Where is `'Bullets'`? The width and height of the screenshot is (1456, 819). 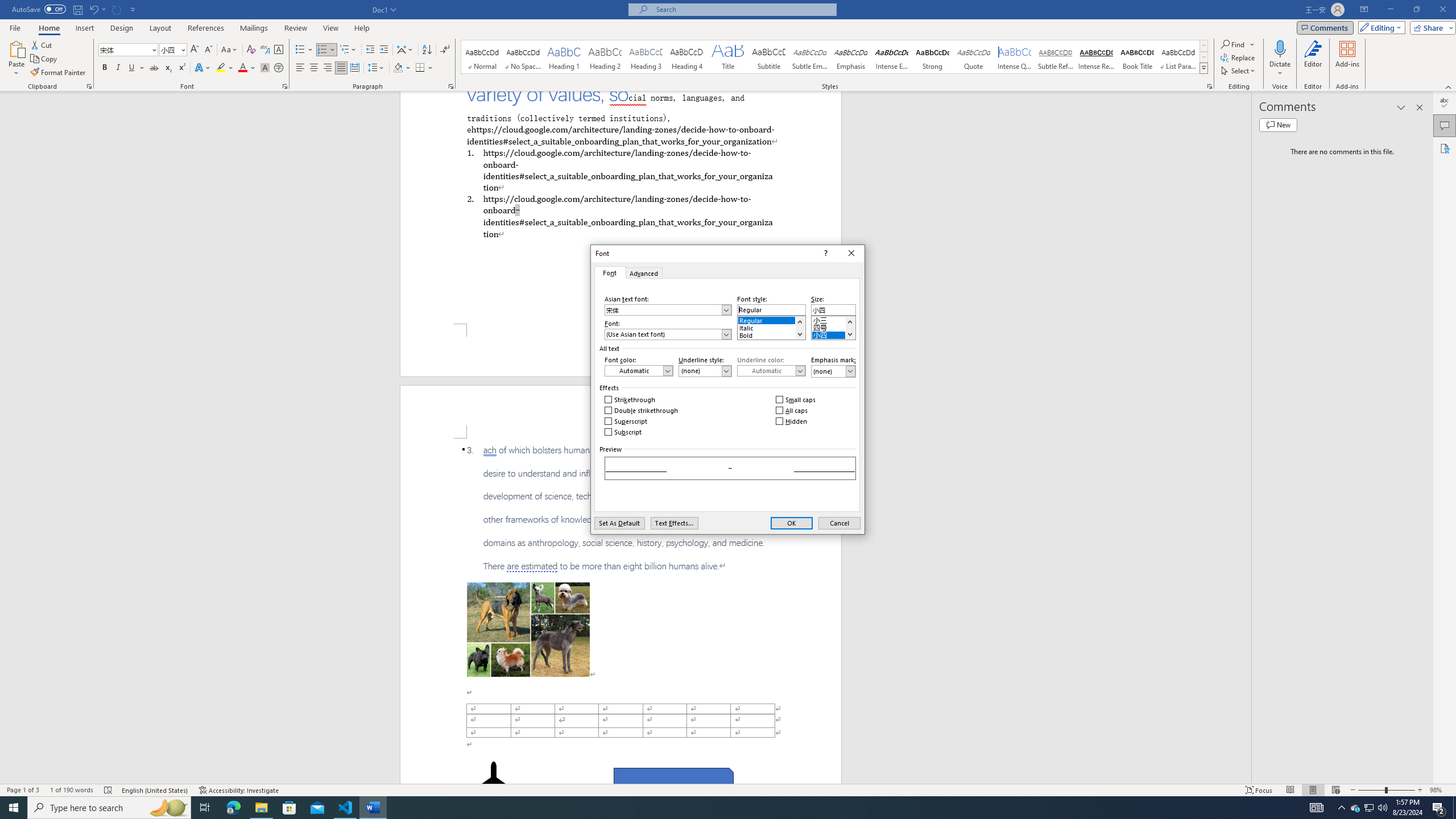
'Bullets' is located at coordinates (300, 49).